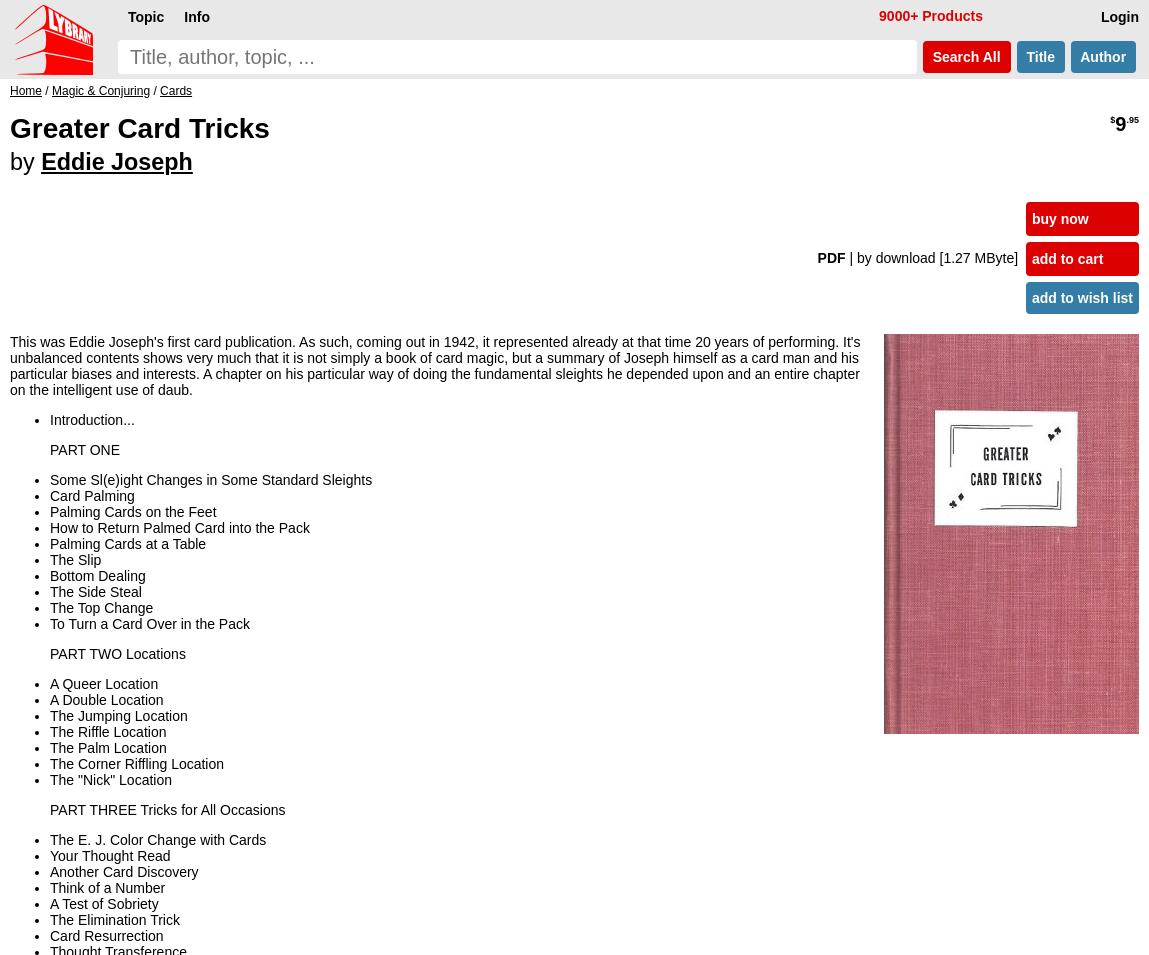  Describe the element at coordinates (156, 840) in the screenshot. I see `'The E. J. Color Change with Cards'` at that location.